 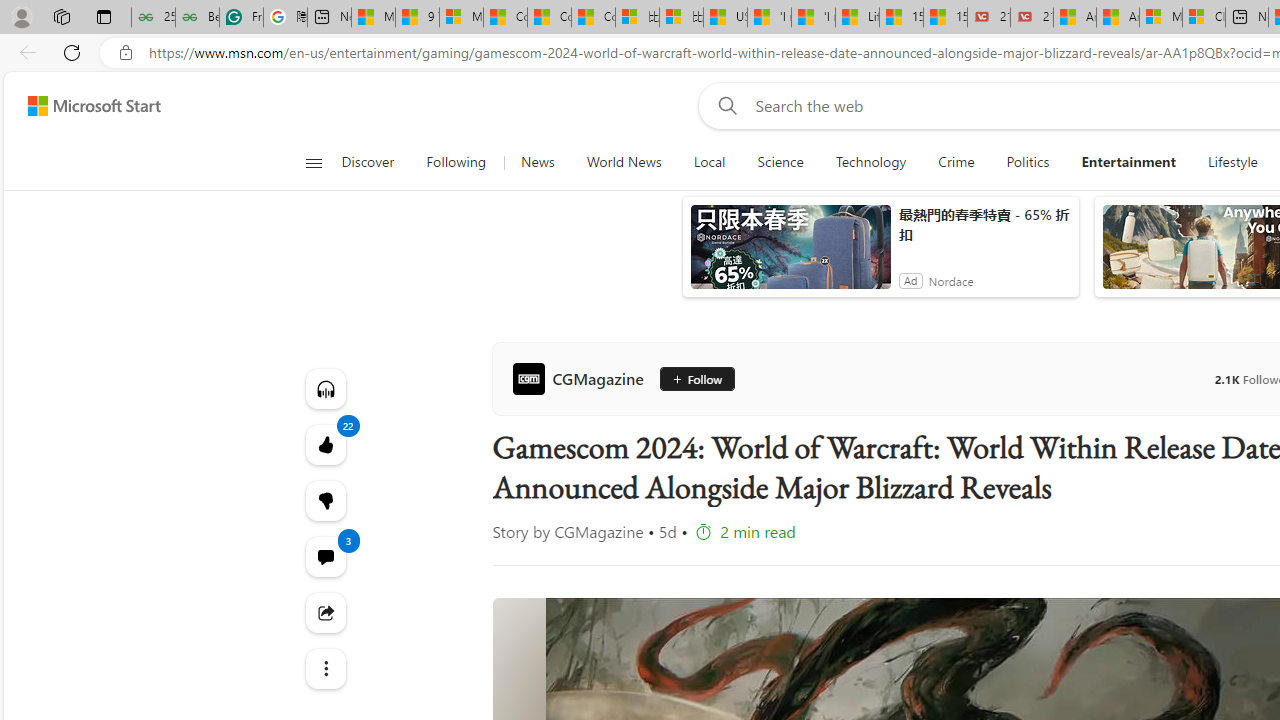 I want to click on 'Lifestyle - MSN', so click(x=857, y=17).